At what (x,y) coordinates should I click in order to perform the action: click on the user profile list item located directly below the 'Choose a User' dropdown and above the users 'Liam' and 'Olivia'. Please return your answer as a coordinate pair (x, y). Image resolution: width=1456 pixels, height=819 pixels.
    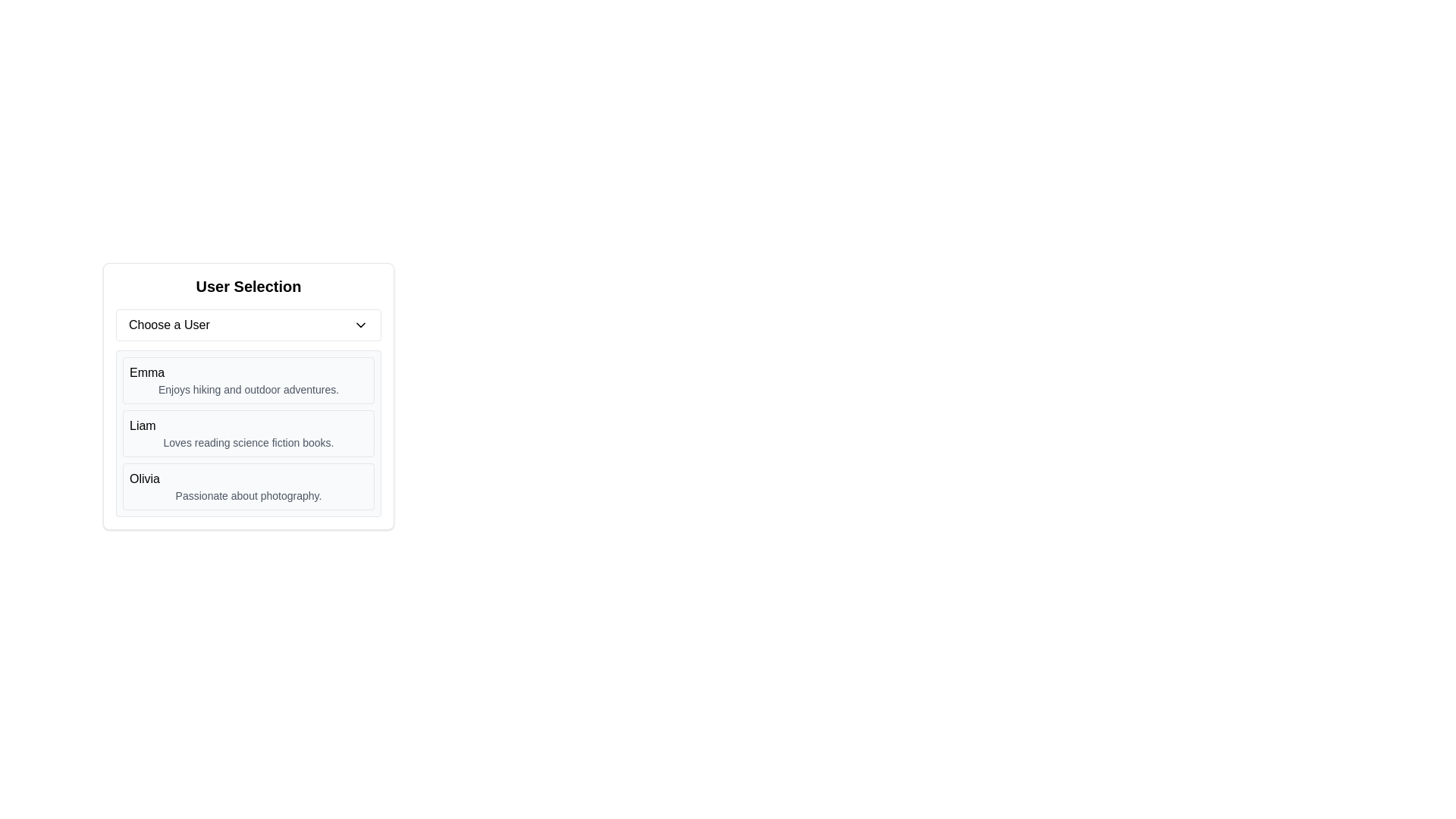
    Looking at the image, I should click on (248, 379).